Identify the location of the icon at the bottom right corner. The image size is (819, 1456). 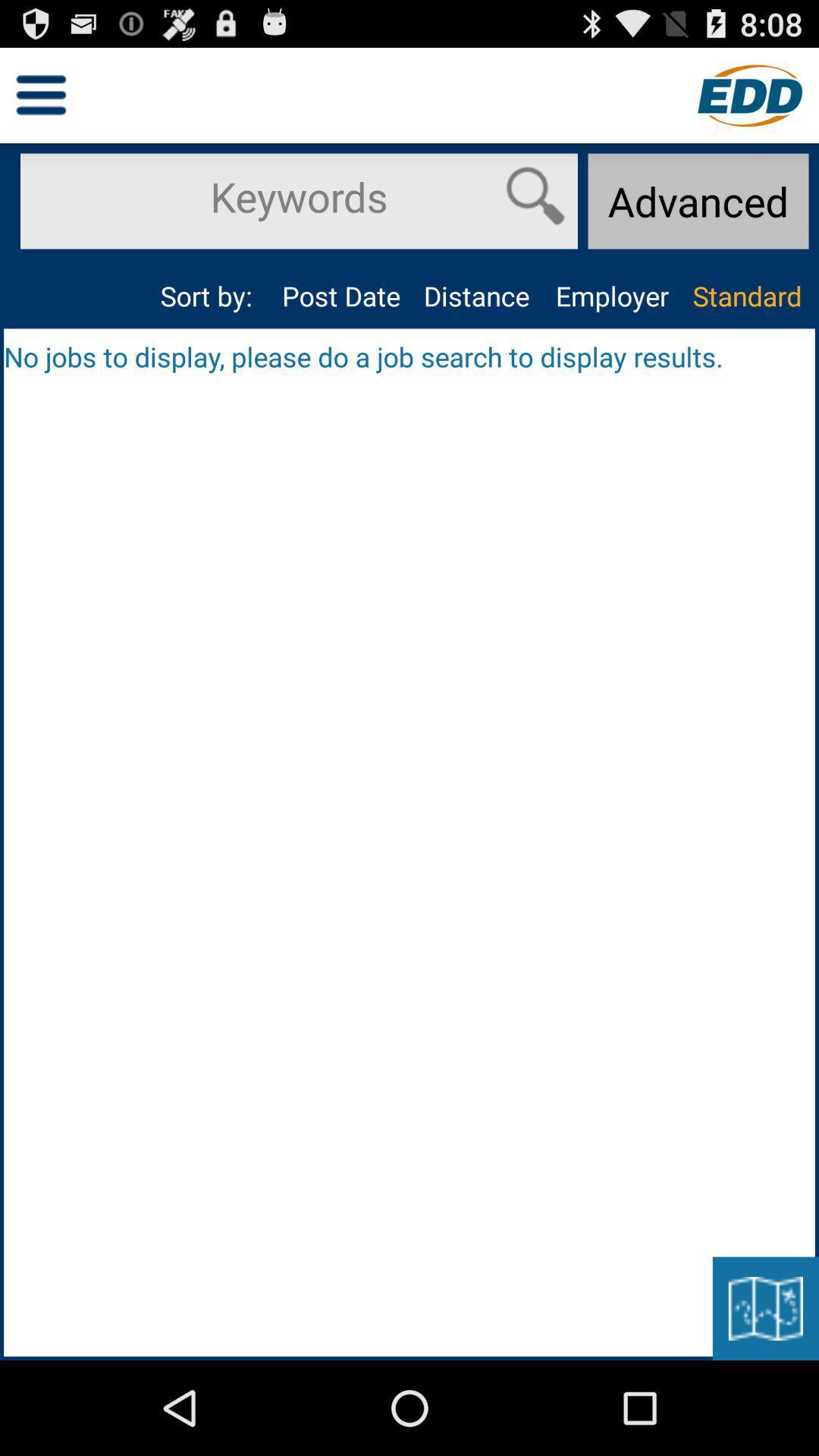
(765, 1307).